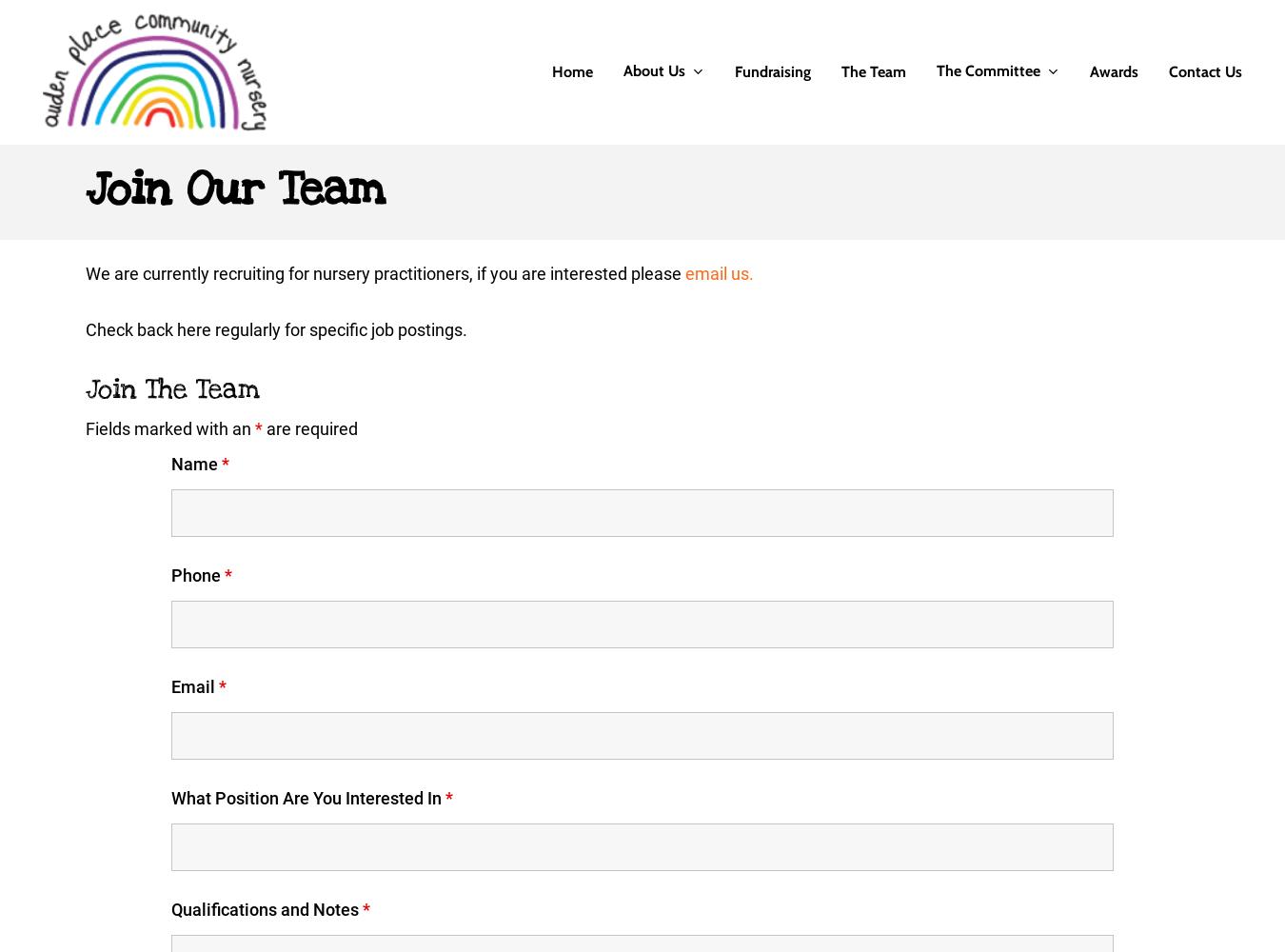 This screenshot has width=1285, height=952. What do you see at coordinates (1205, 70) in the screenshot?
I see `'Contact Us'` at bounding box center [1205, 70].